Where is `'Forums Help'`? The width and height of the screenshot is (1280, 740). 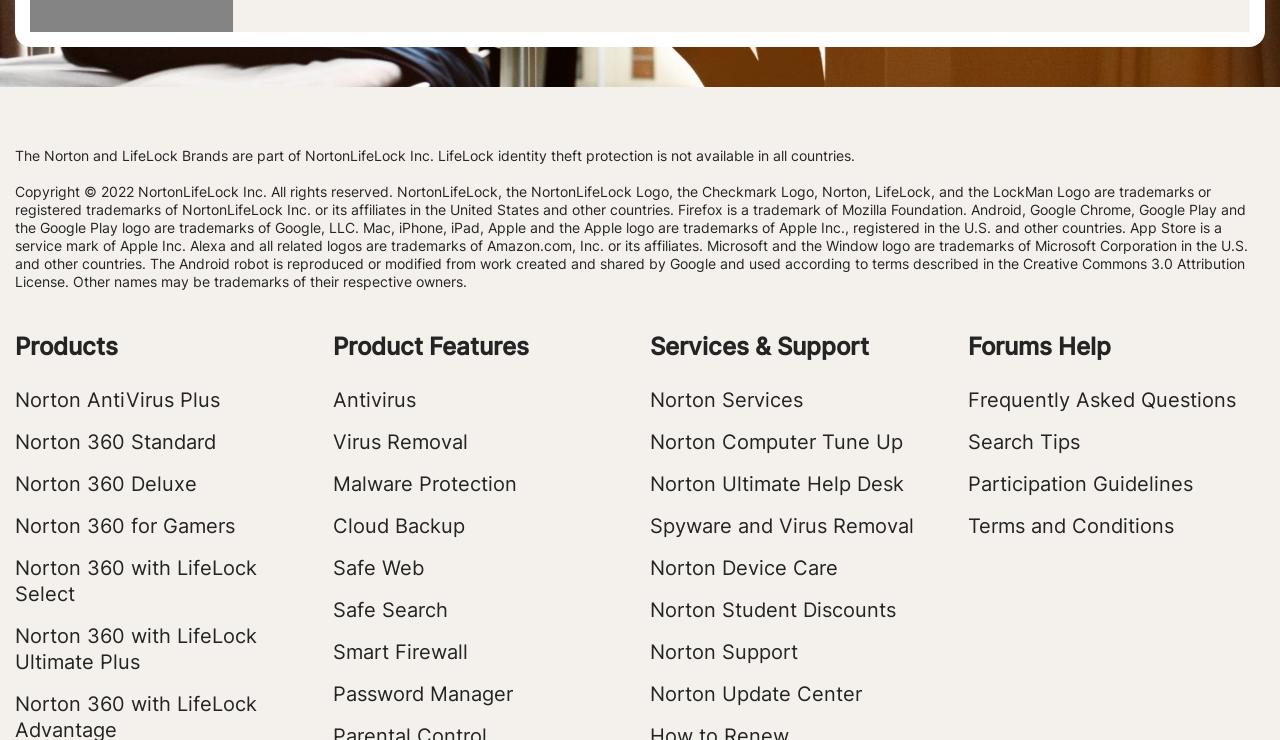
'Forums Help' is located at coordinates (1038, 346).